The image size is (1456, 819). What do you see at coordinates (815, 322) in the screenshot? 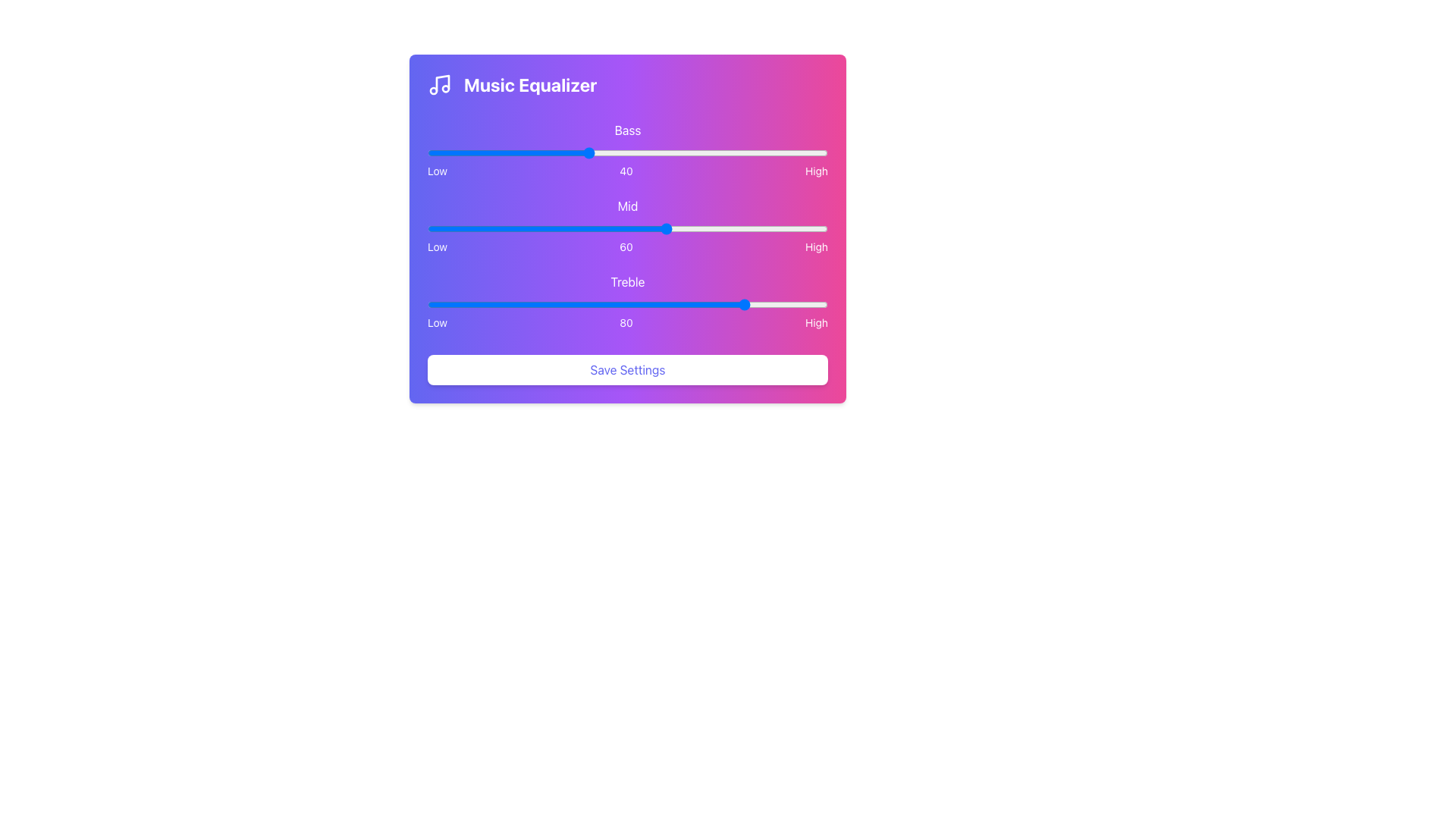
I see `the static text label displaying the word 'High' in white font on a pink background, which is the third item in a horizontal arrangement of texts representing a scale` at bounding box center [815, 322].